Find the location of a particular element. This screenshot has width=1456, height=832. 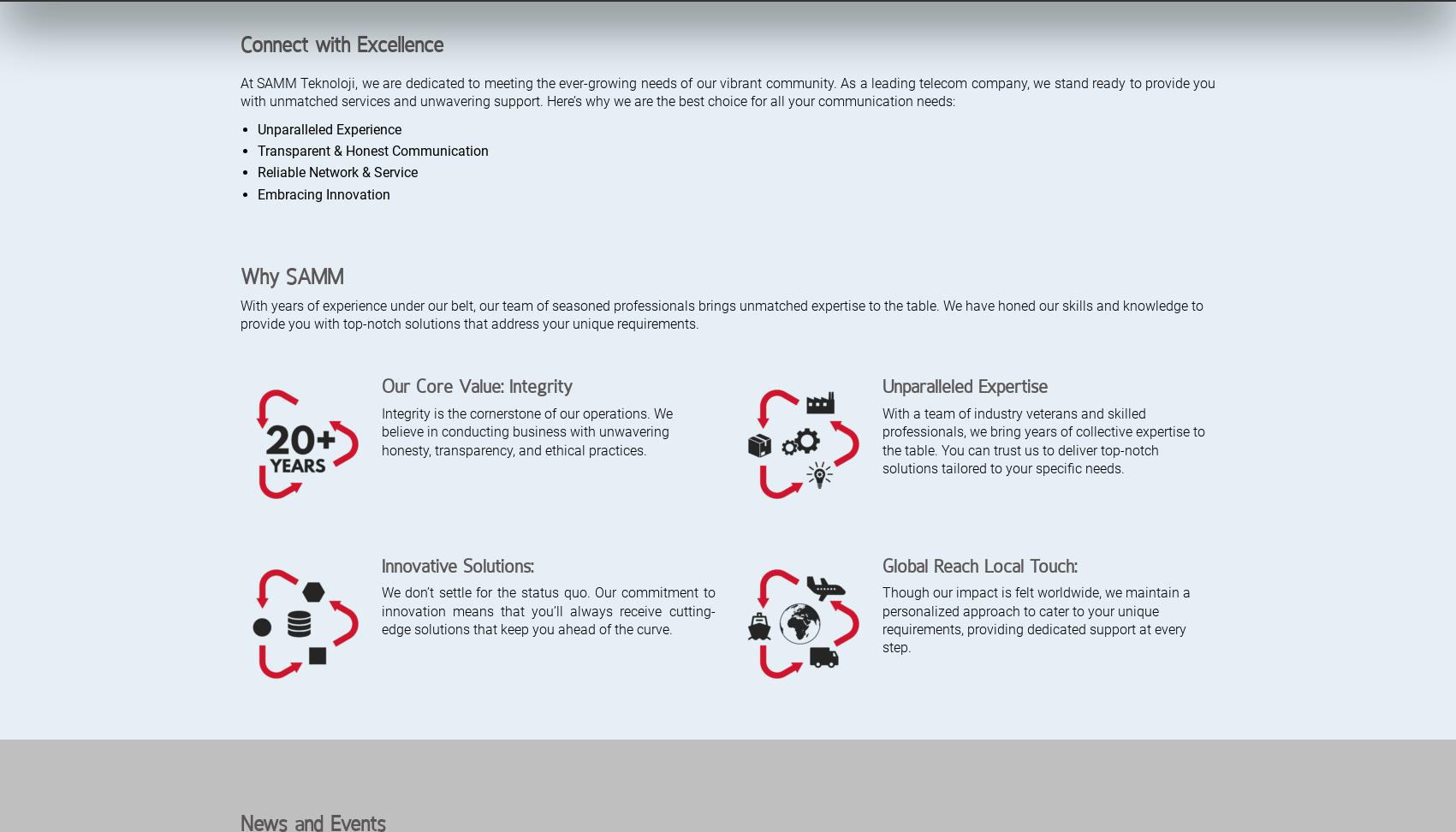

'Samm.com Now Provides a Faster, Simpler, and Easier Experience.' is located at coordinates (586, 416).